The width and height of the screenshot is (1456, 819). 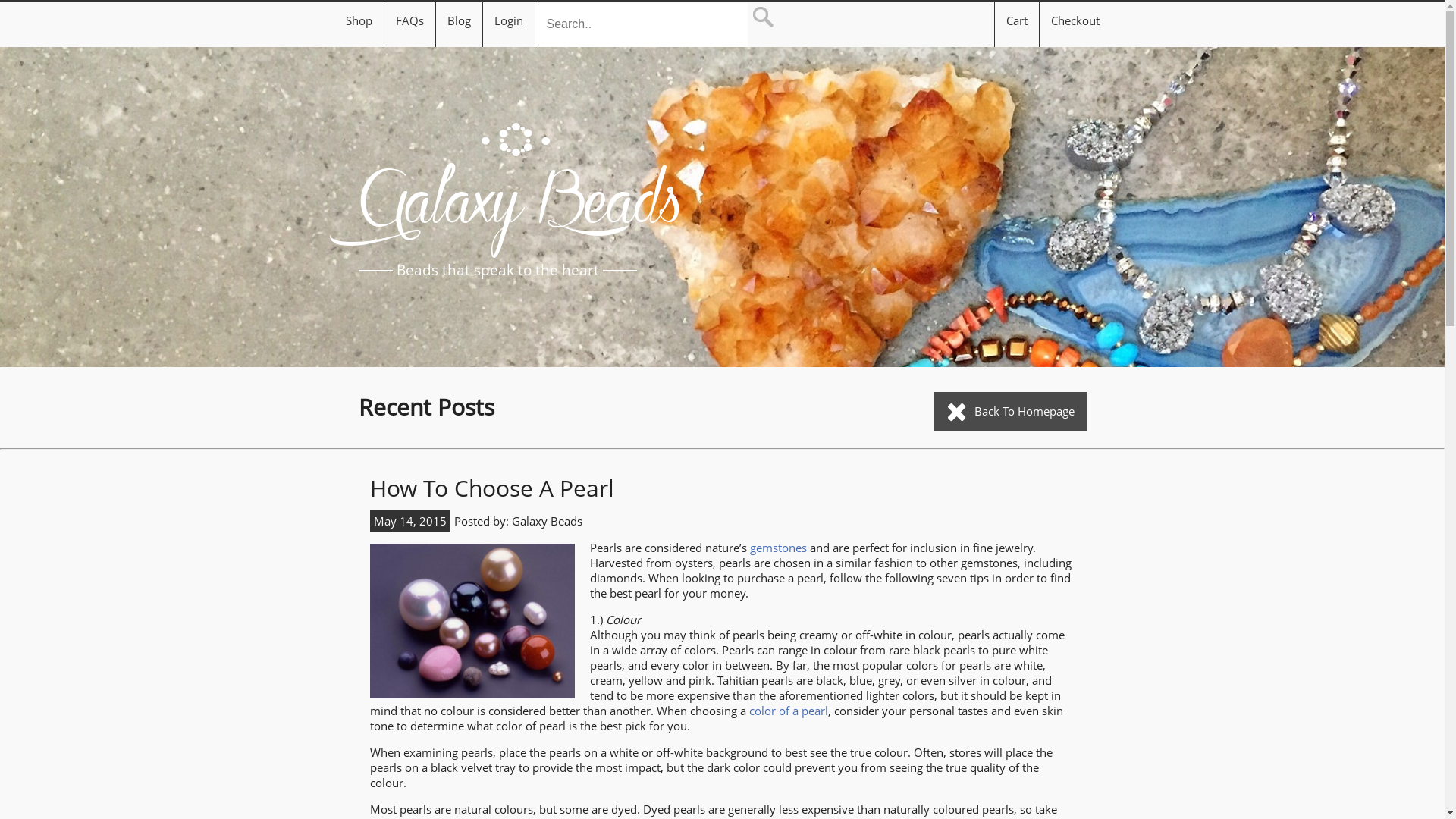 What do you see at coordinates (458, 20) in the screenshot?
I see `'Blog'` at bounding box center [458, 20].